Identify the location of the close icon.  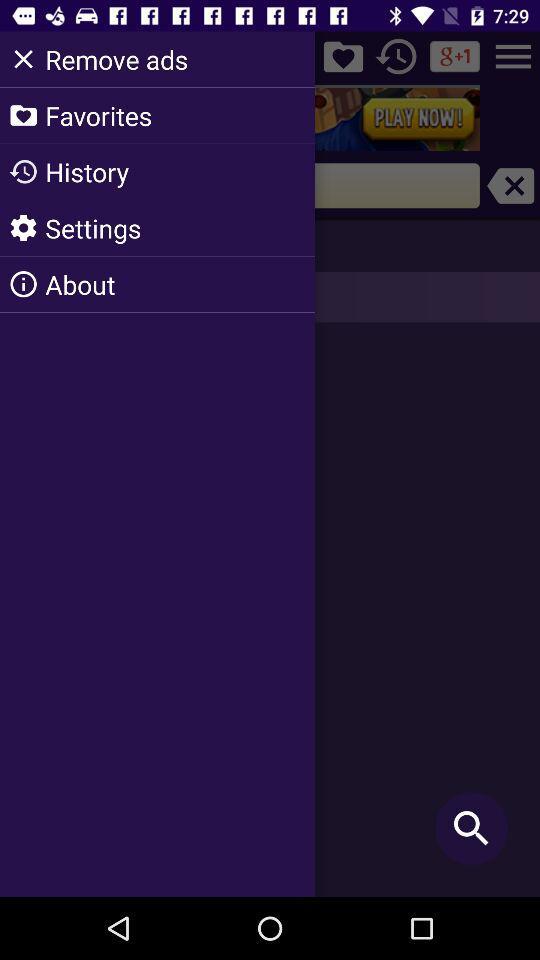
(510, 185).